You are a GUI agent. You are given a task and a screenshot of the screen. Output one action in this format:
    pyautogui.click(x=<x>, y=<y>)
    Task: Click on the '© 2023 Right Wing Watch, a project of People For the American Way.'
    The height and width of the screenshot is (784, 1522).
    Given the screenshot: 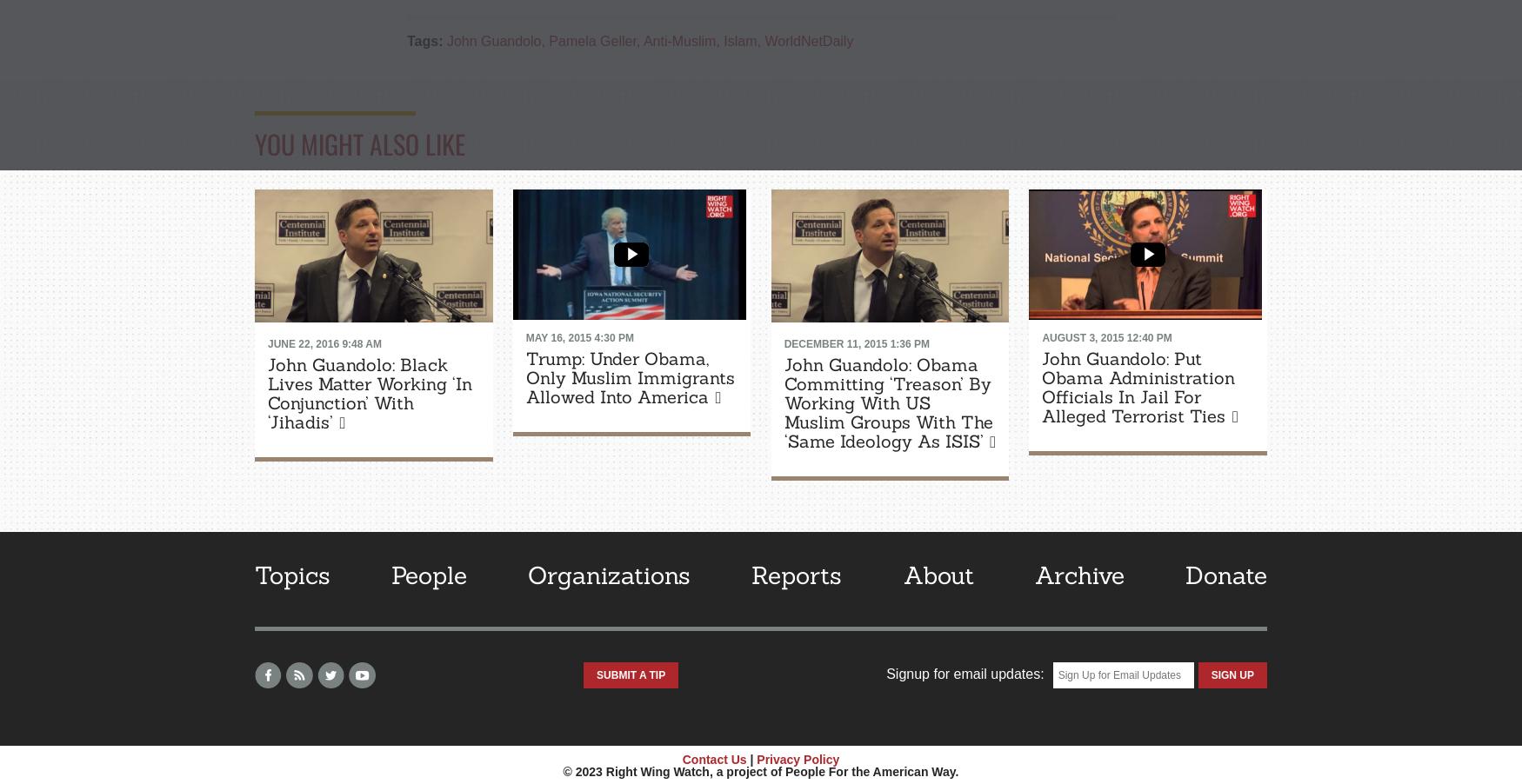 What is the action you would take?
    pyautogui.click(x=760, y=771)
    